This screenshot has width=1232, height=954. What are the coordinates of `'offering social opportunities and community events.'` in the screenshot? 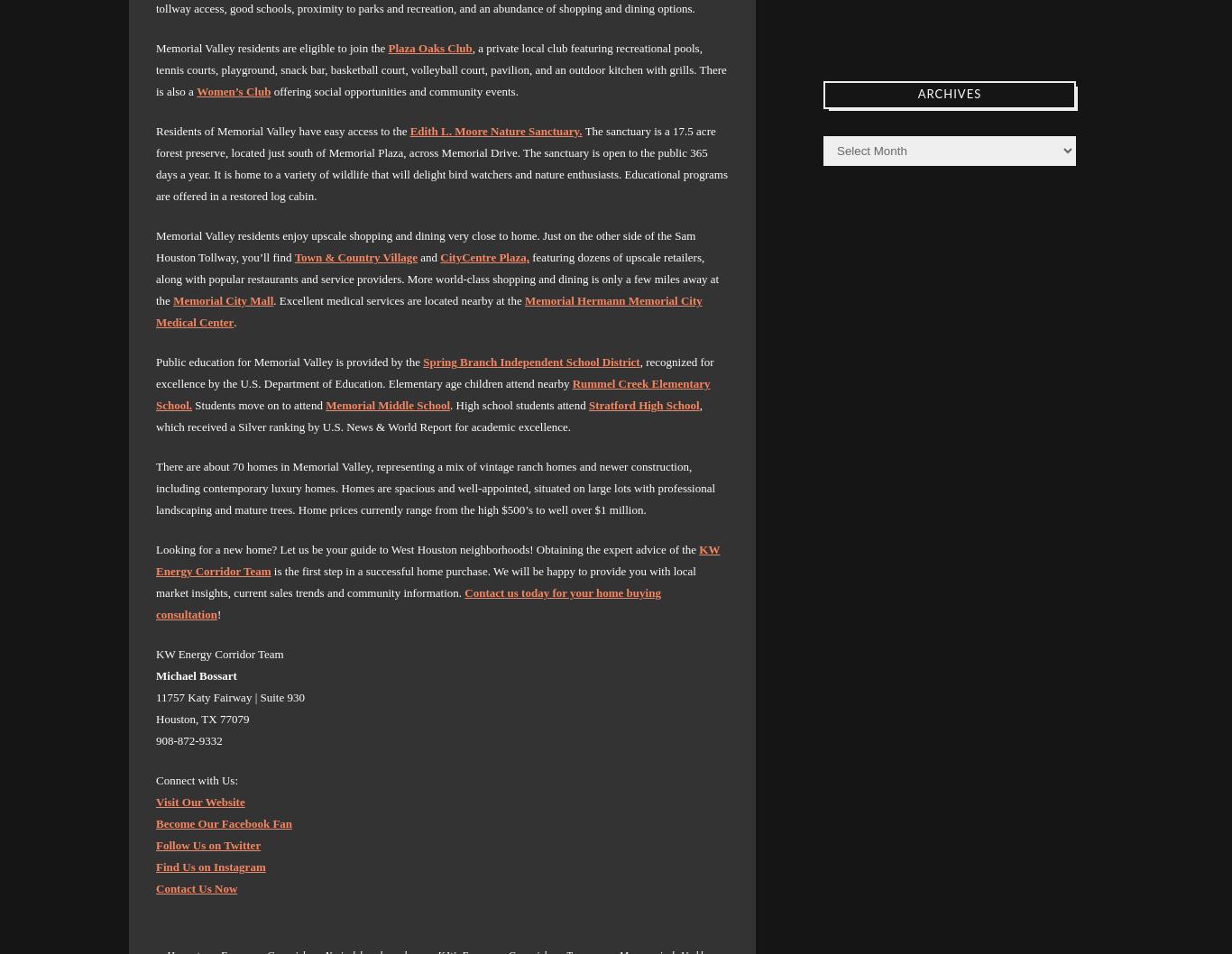 It's located at (392, 90).